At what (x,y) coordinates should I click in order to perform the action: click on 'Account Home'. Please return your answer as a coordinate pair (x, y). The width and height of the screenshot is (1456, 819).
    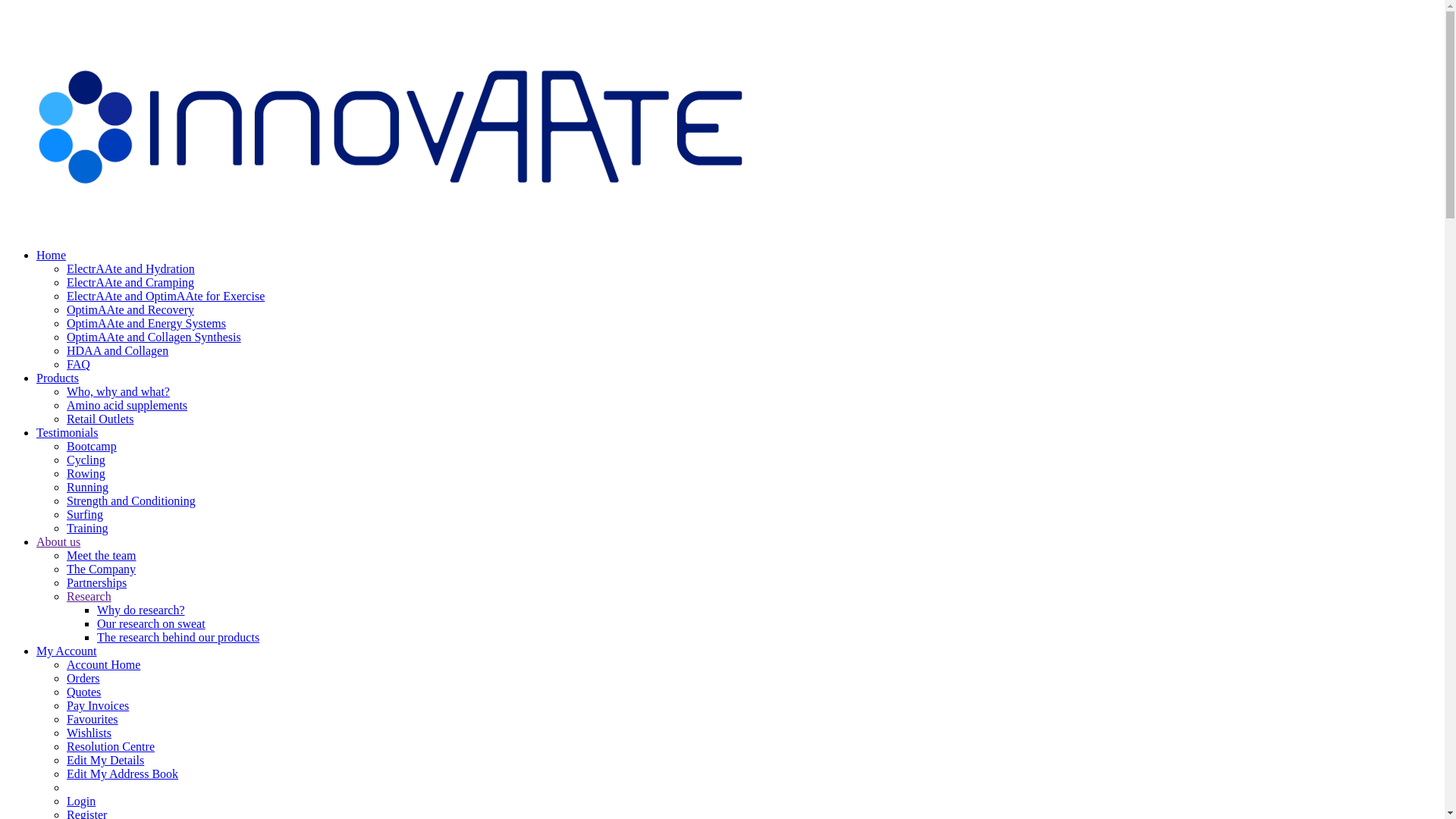
    Looking at the image, I should click on (102, 664).